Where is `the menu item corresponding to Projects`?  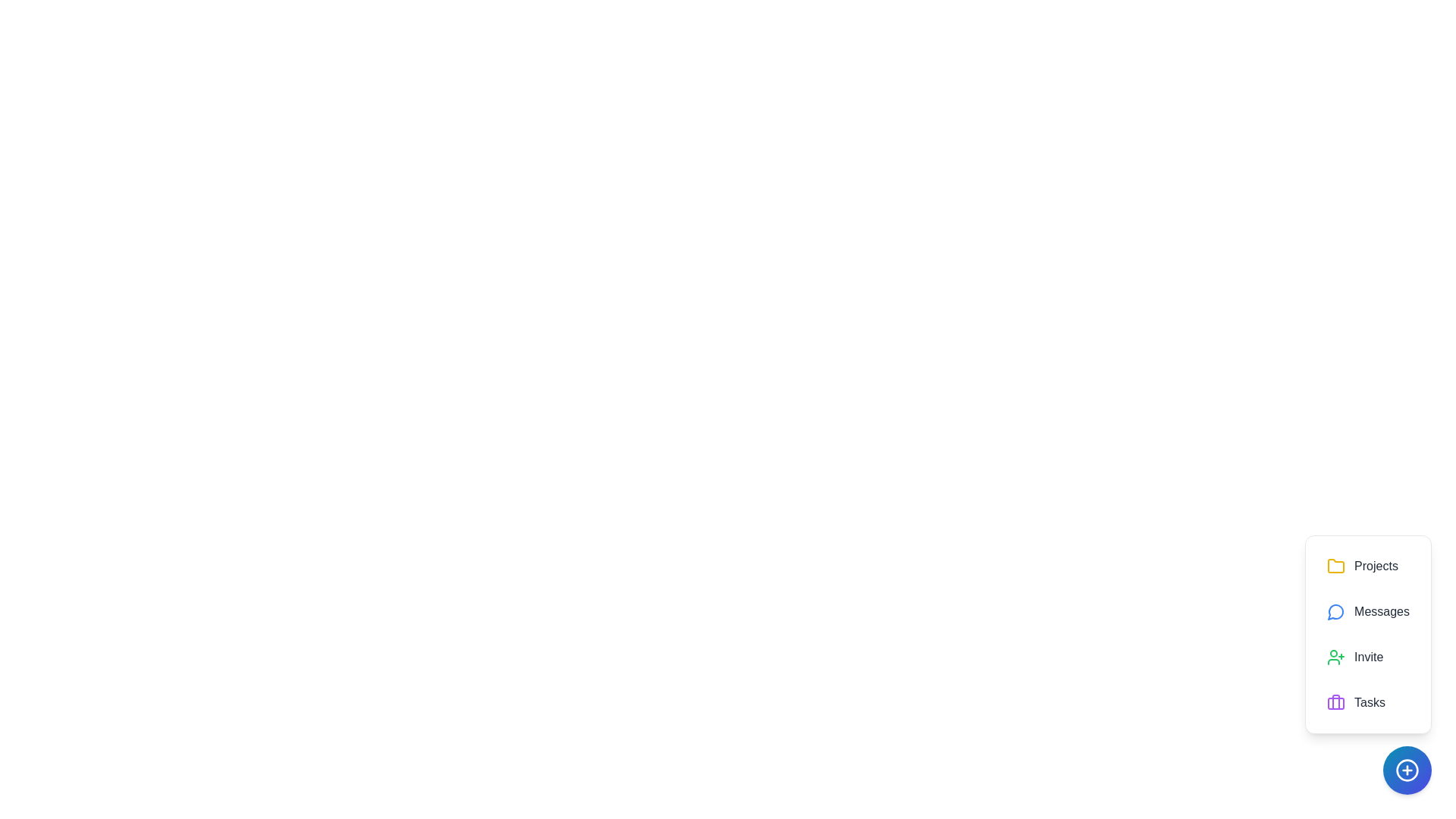
the menu item corresponding to Projects is located at coordinates (1368, 566).